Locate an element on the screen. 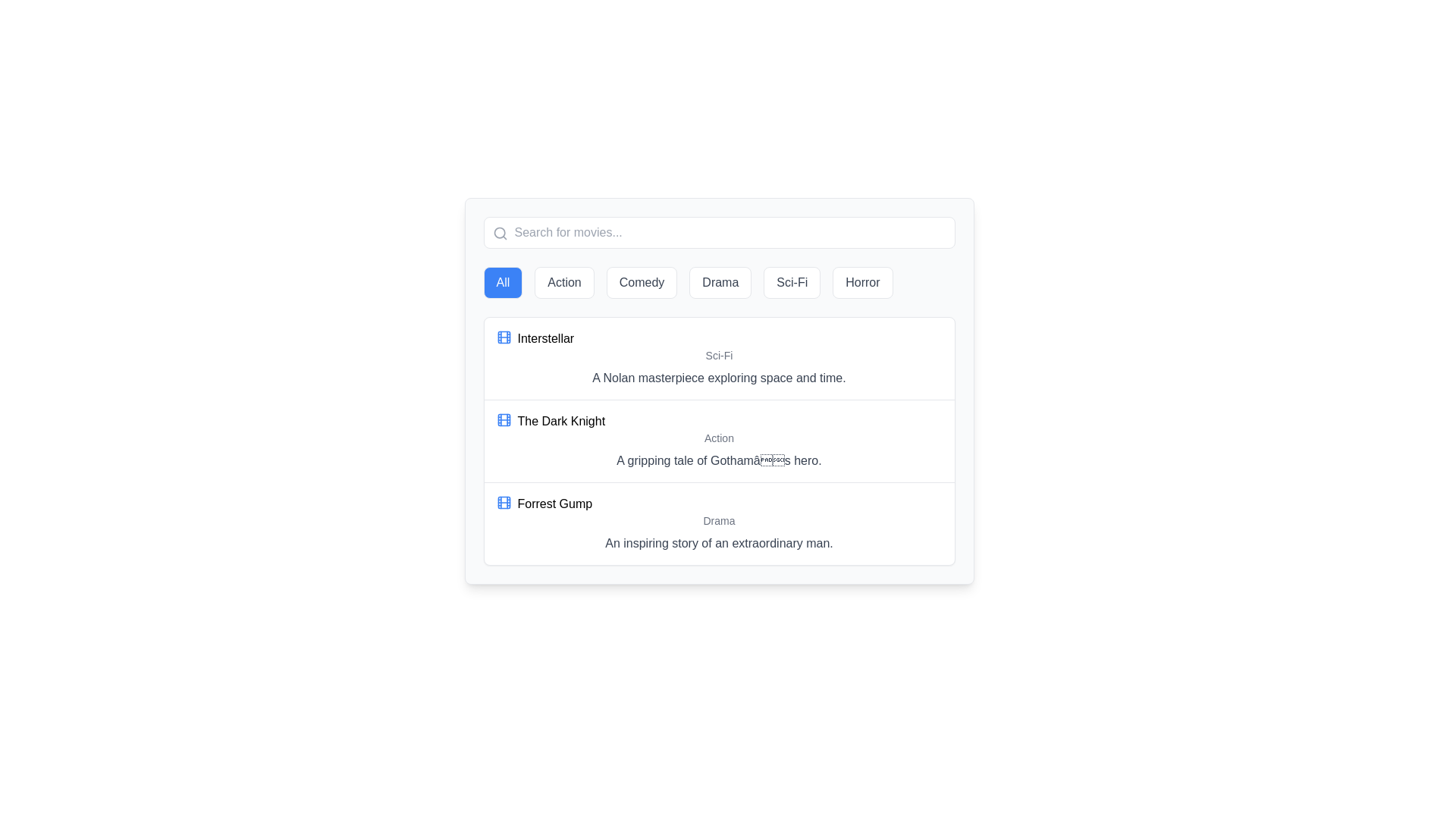 The width and height of the screenshot is (1456, 819). text label containing the description 'A Nolan masterpiece exploring space and time.' located below the genre 'Sci-Fi' in the movie listing for 'Interstellar.' is located at coordinates (718, 377).